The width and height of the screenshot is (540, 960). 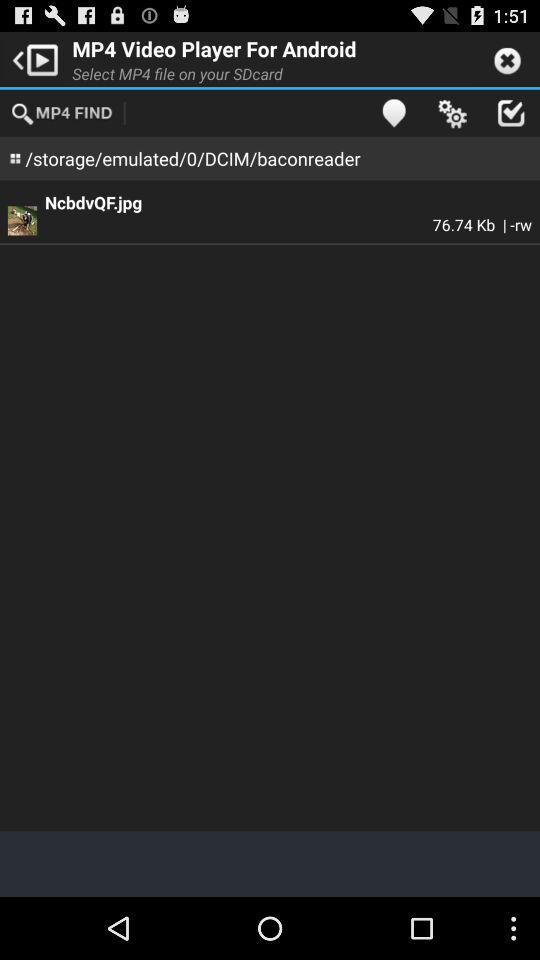 I want to click on the location icon, so click(x=393, y=120).